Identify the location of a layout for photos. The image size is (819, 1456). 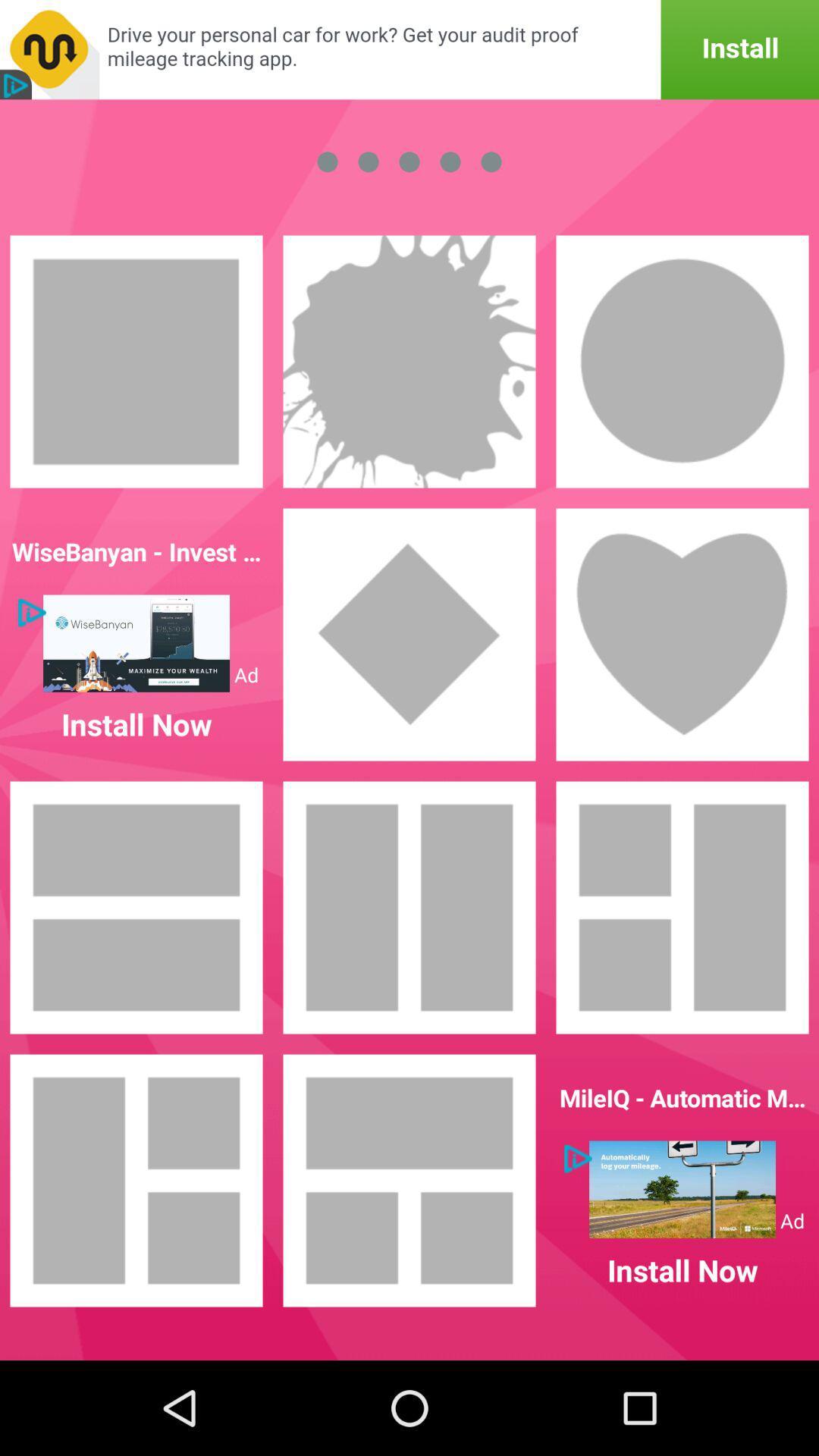
(681, 907).